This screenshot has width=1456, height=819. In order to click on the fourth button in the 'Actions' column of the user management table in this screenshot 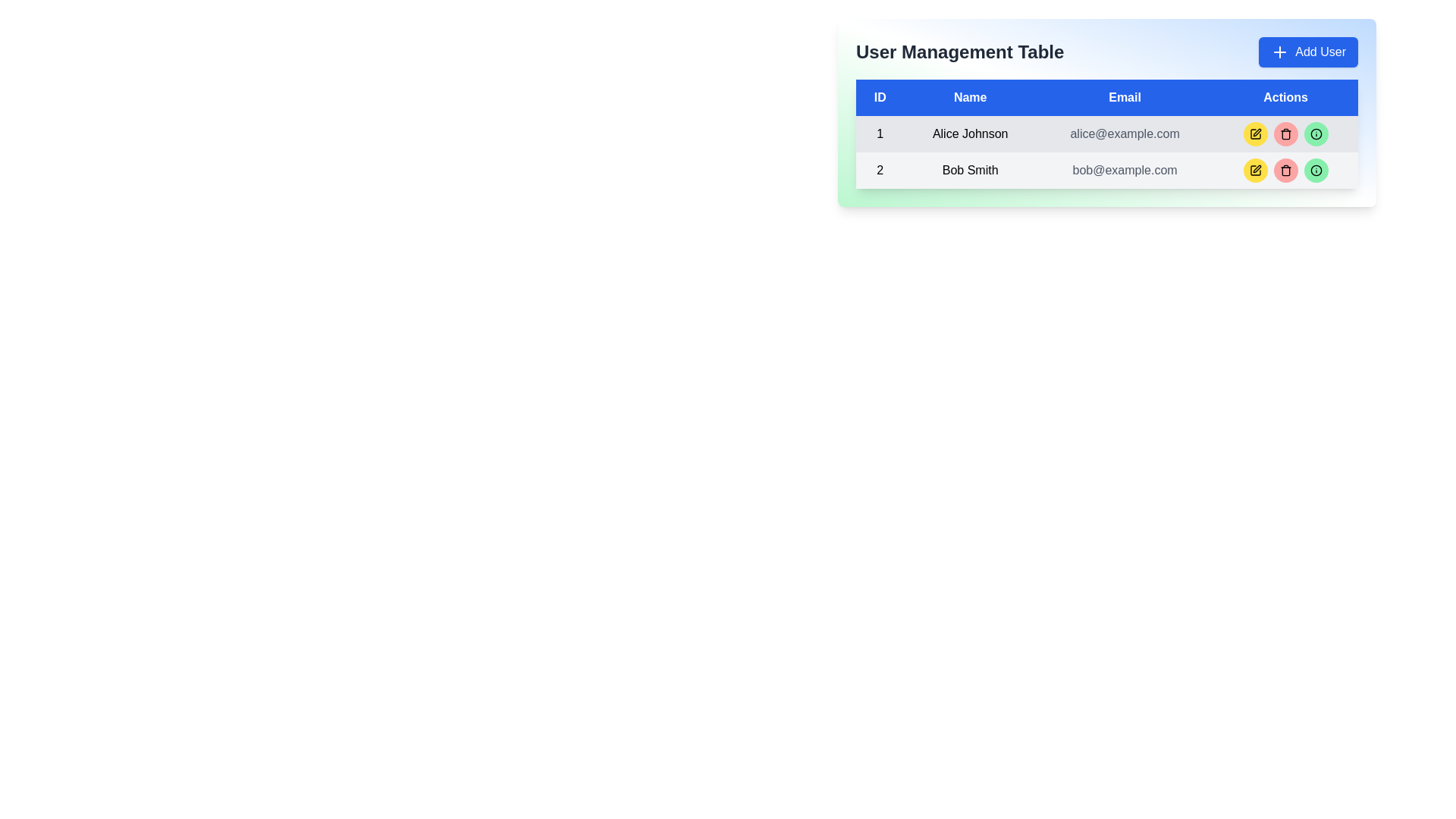, I will do `click(1315, 133)`.